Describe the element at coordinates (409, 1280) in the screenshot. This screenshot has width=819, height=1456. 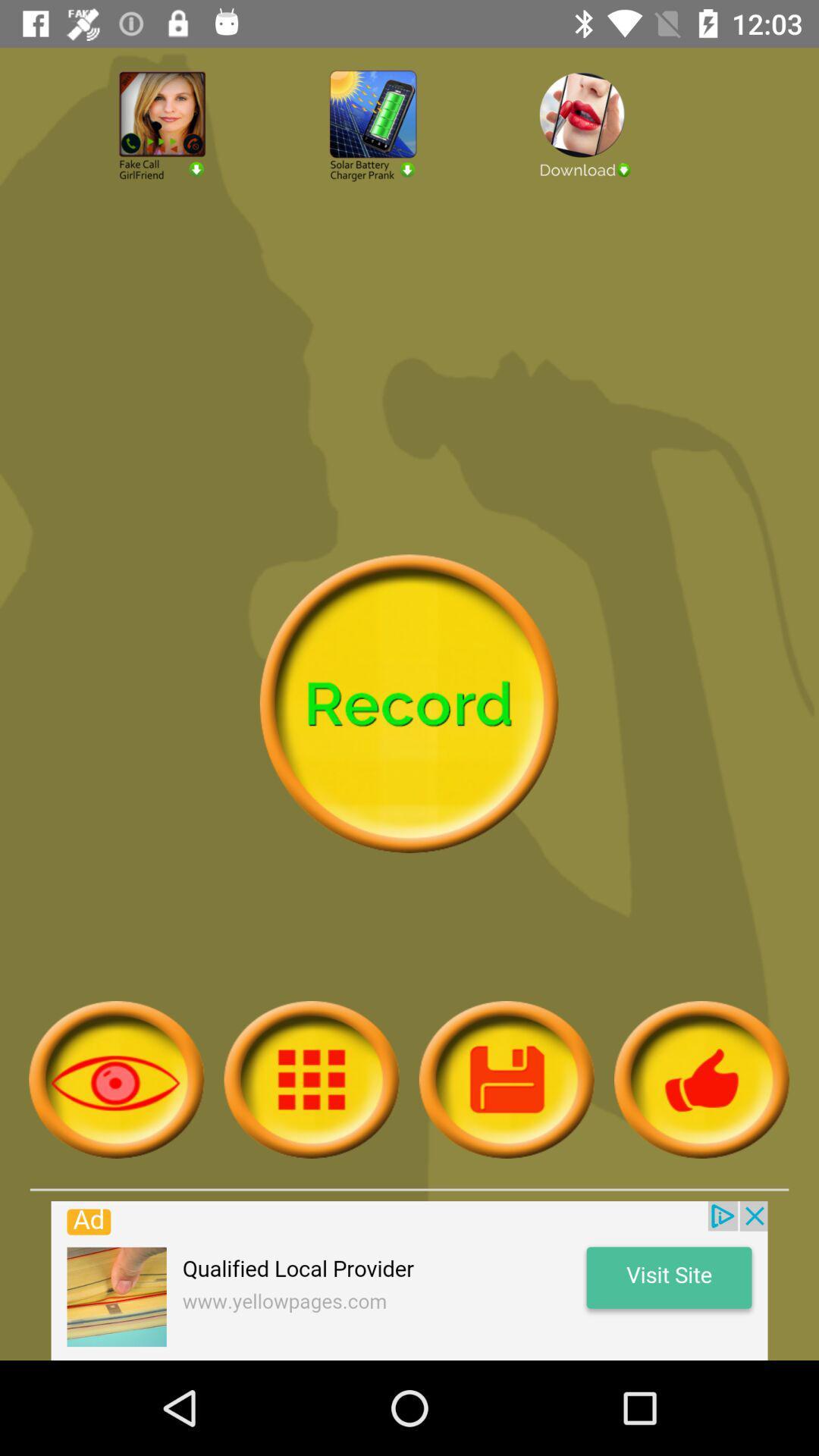
I see `qualified local provider add` at that location.